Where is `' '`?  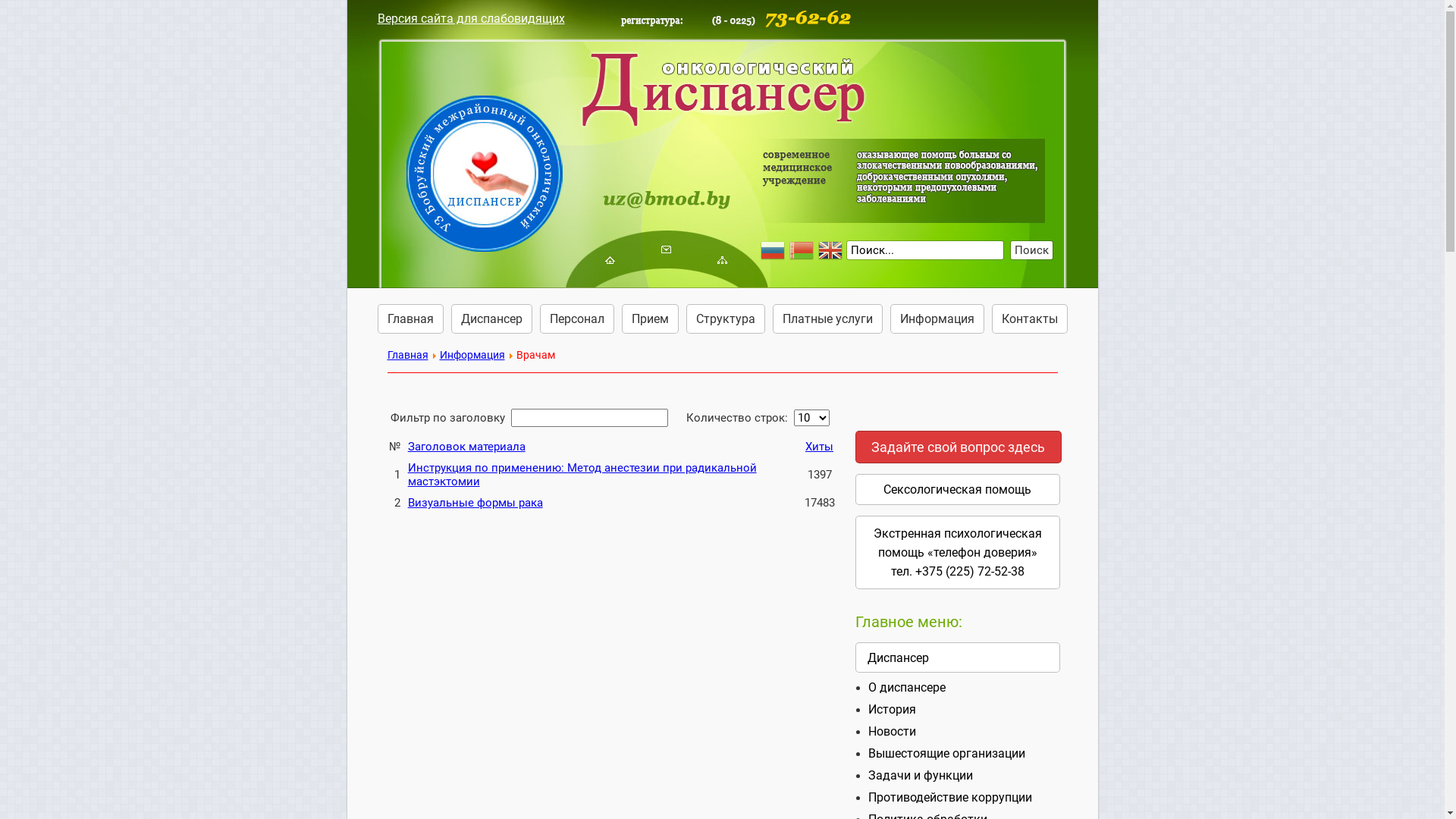 ' ' is located at coordinates (667, 129).